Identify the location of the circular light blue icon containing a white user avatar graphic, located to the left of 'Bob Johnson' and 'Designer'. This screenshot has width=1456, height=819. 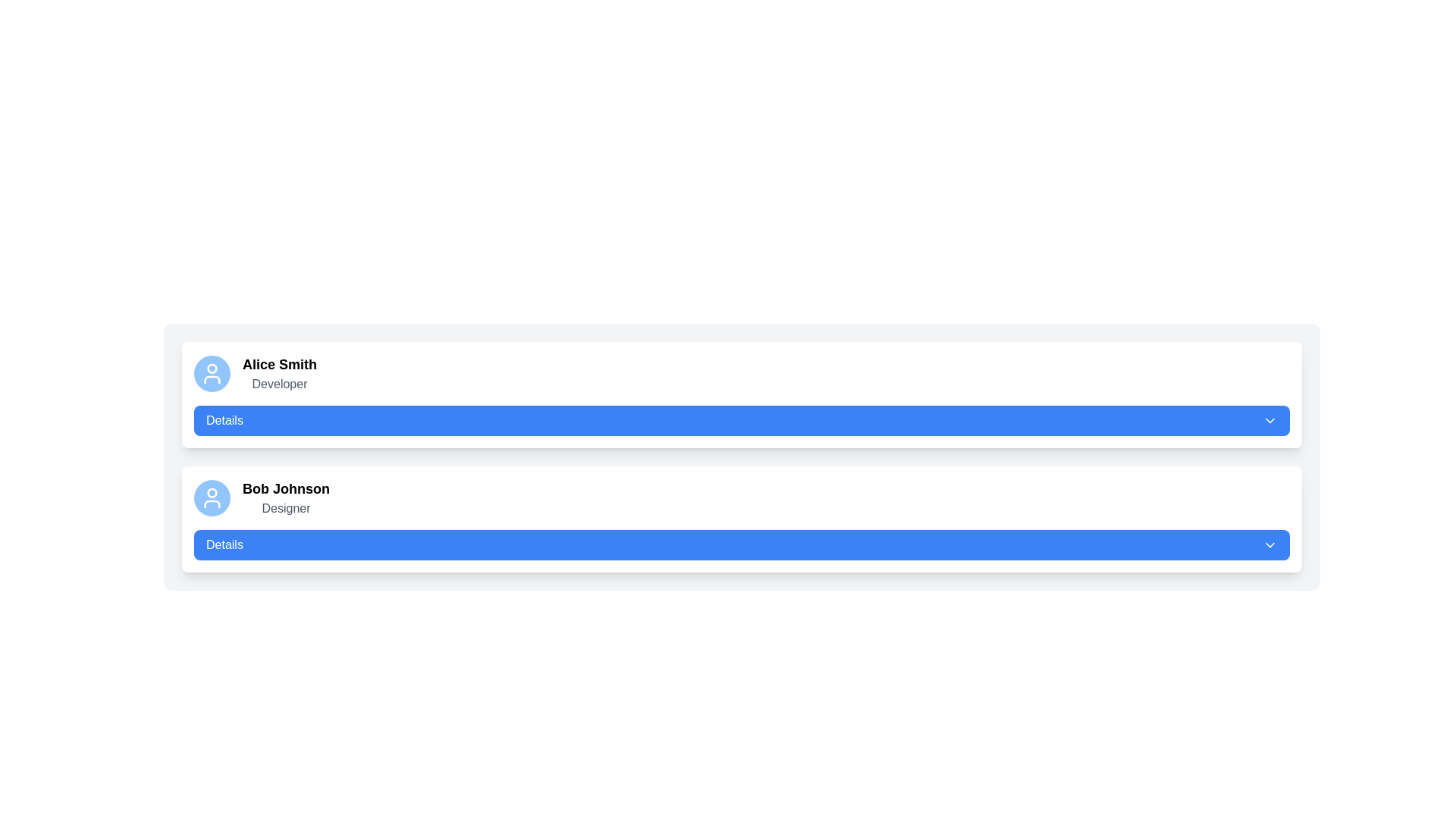
(211, 497).